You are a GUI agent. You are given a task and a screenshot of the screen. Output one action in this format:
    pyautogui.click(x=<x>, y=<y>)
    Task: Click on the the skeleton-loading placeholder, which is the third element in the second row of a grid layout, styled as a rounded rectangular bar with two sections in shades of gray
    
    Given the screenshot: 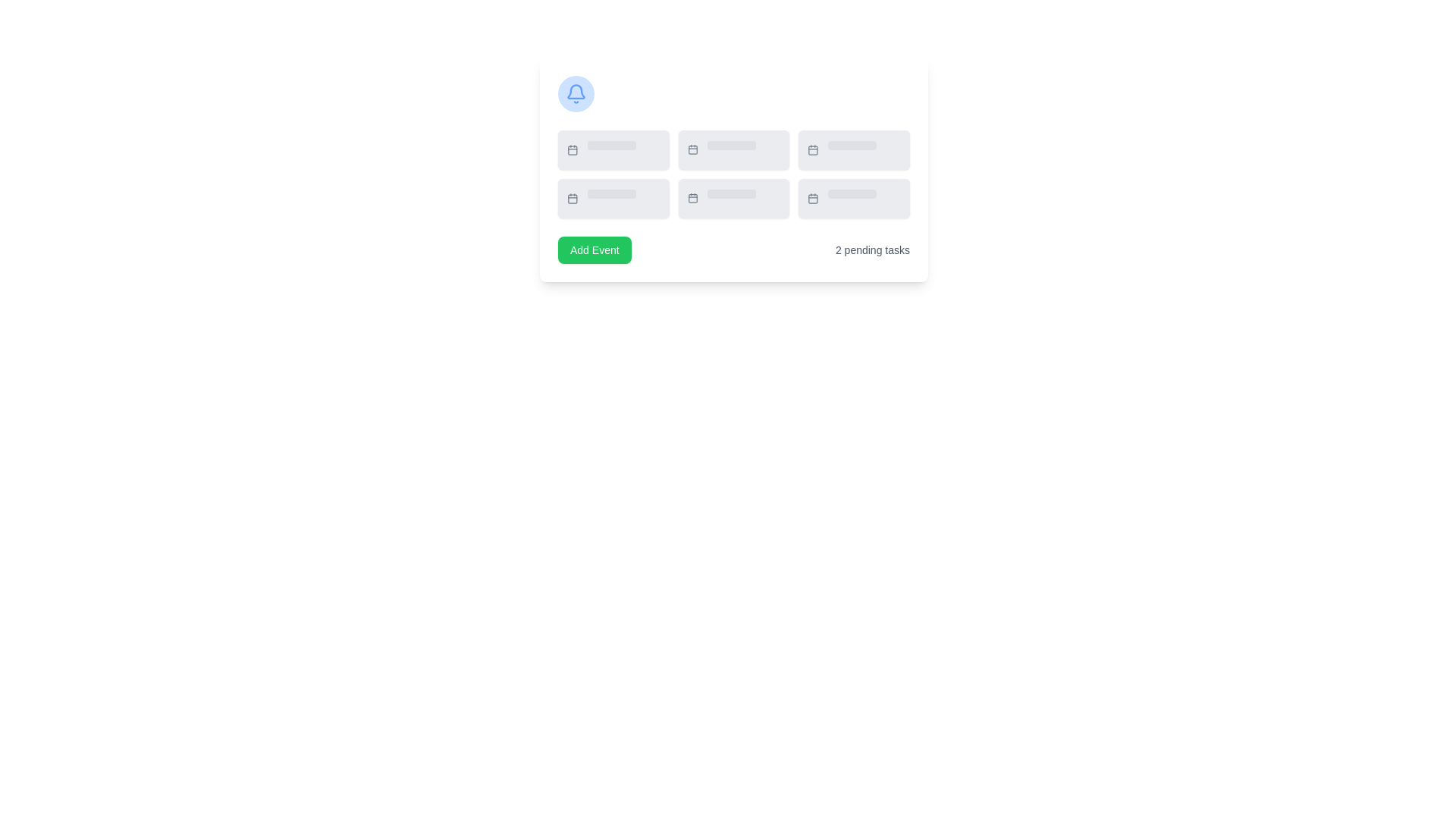 What is the action you would take?
    pyautogui.click(x=864, y=149)
    